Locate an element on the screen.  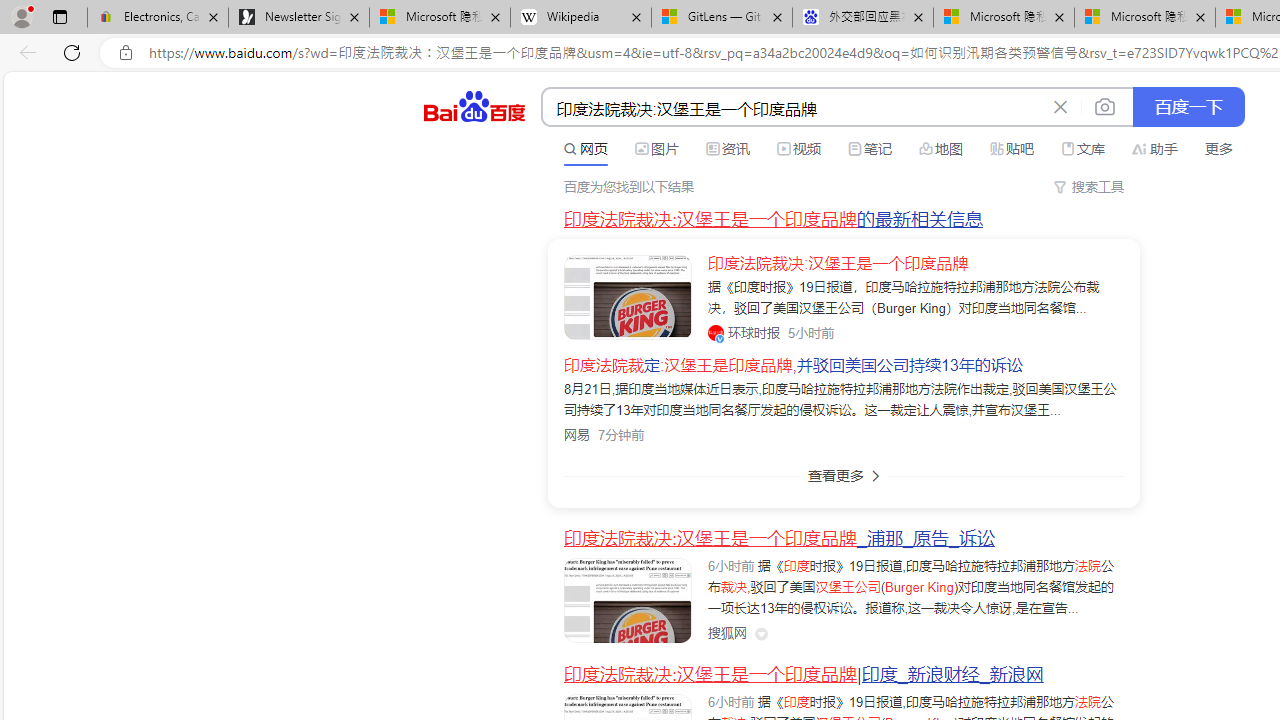
'Electronics, Cars, Fashion, Collectibles & More | eBay' is located at coordinates (157, 17).